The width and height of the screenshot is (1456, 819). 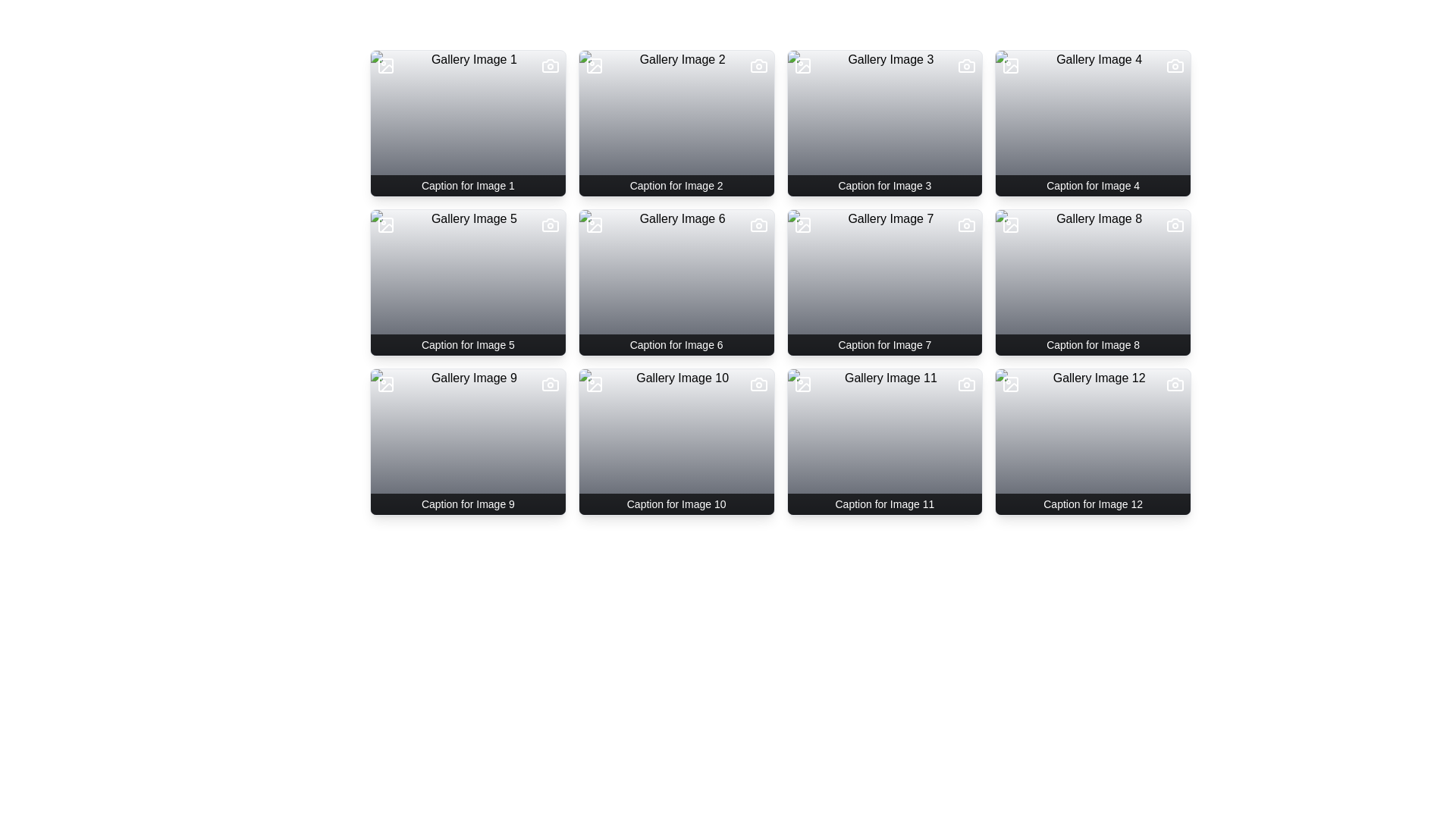 I want to click on the icon located at the top-right corner of the thumbnail labeled 'Caption for Image 7', so click(x=966, y=225).